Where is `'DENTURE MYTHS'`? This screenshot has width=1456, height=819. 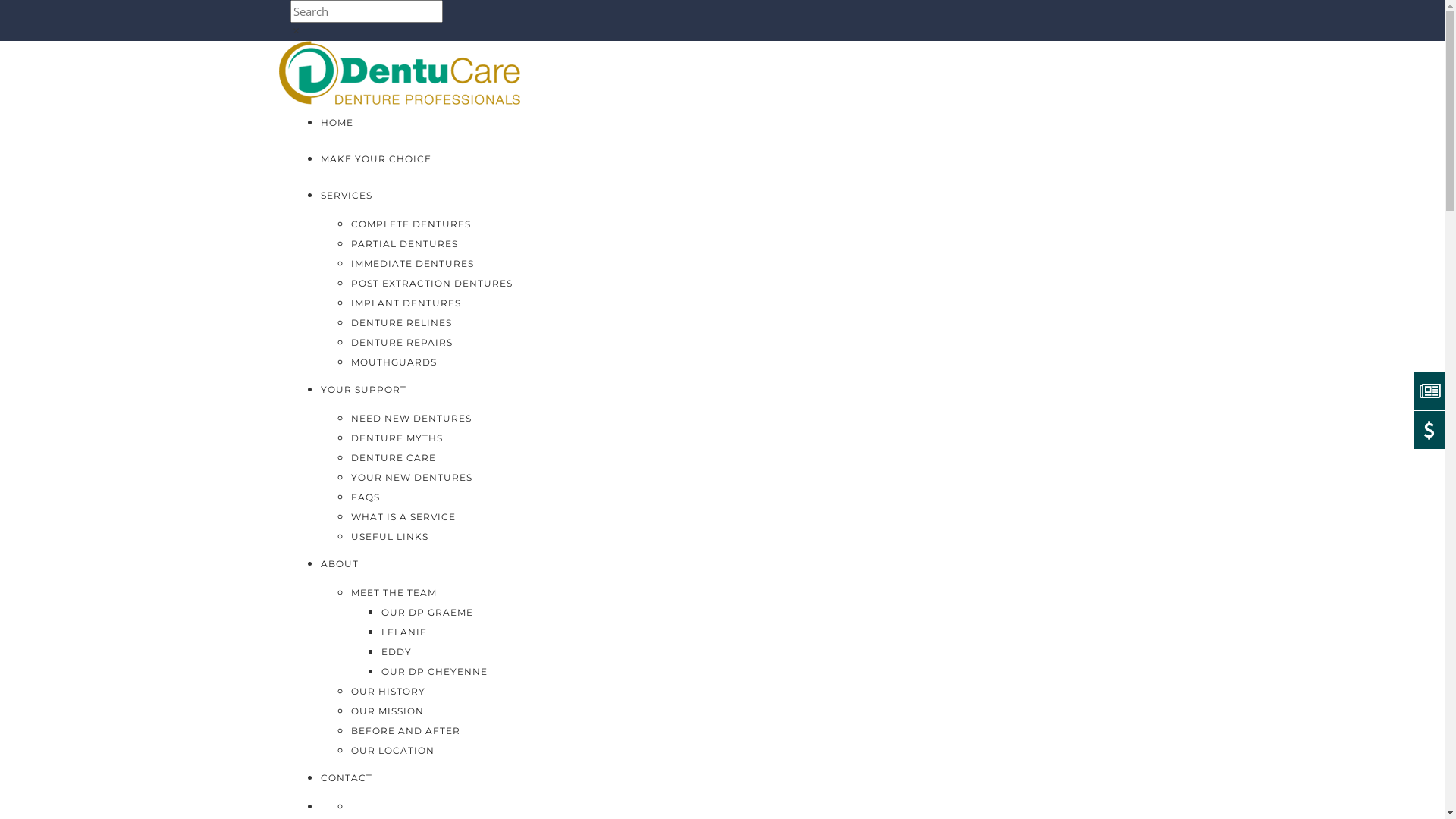 'DENTURE MYTHS' is located at coordinates (396, 438).